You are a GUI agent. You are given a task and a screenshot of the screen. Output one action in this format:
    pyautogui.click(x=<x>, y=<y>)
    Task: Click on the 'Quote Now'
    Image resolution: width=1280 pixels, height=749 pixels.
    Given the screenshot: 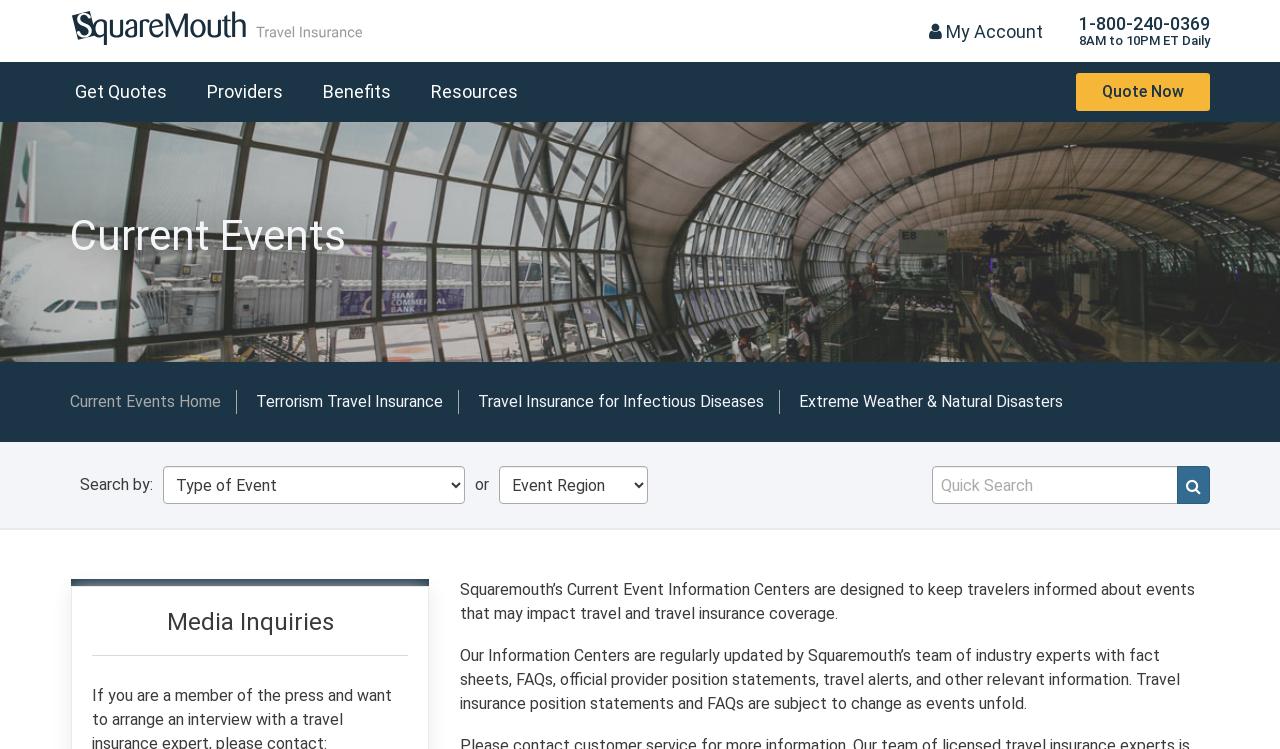 What is the action you would take?
    pyautogui.click(x=1143, y=90)
    